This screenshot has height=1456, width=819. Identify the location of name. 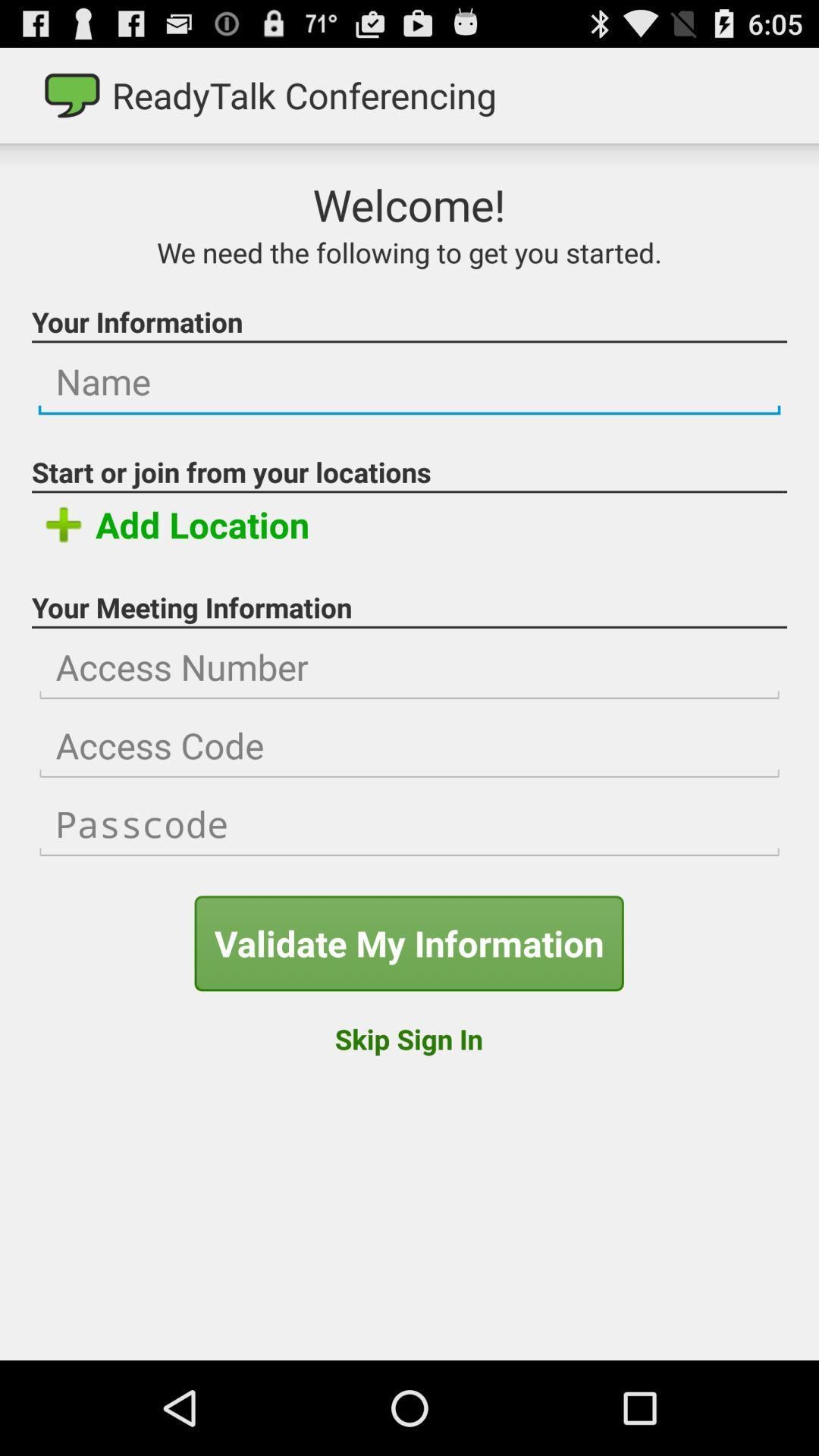
(409, 382).